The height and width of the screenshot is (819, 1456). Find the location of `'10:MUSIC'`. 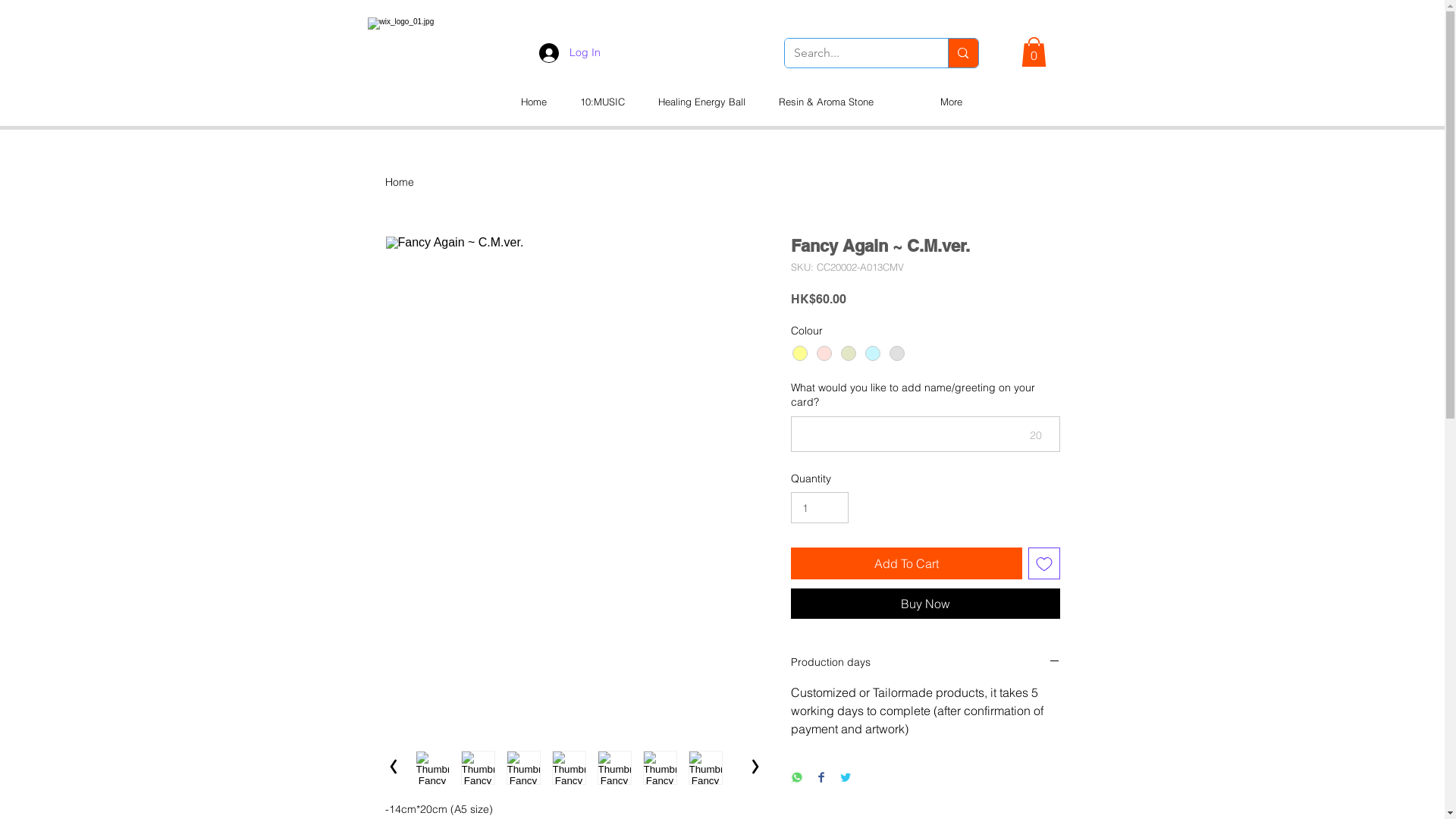

'10:MUSIC' is located at coordinates (562, 102).